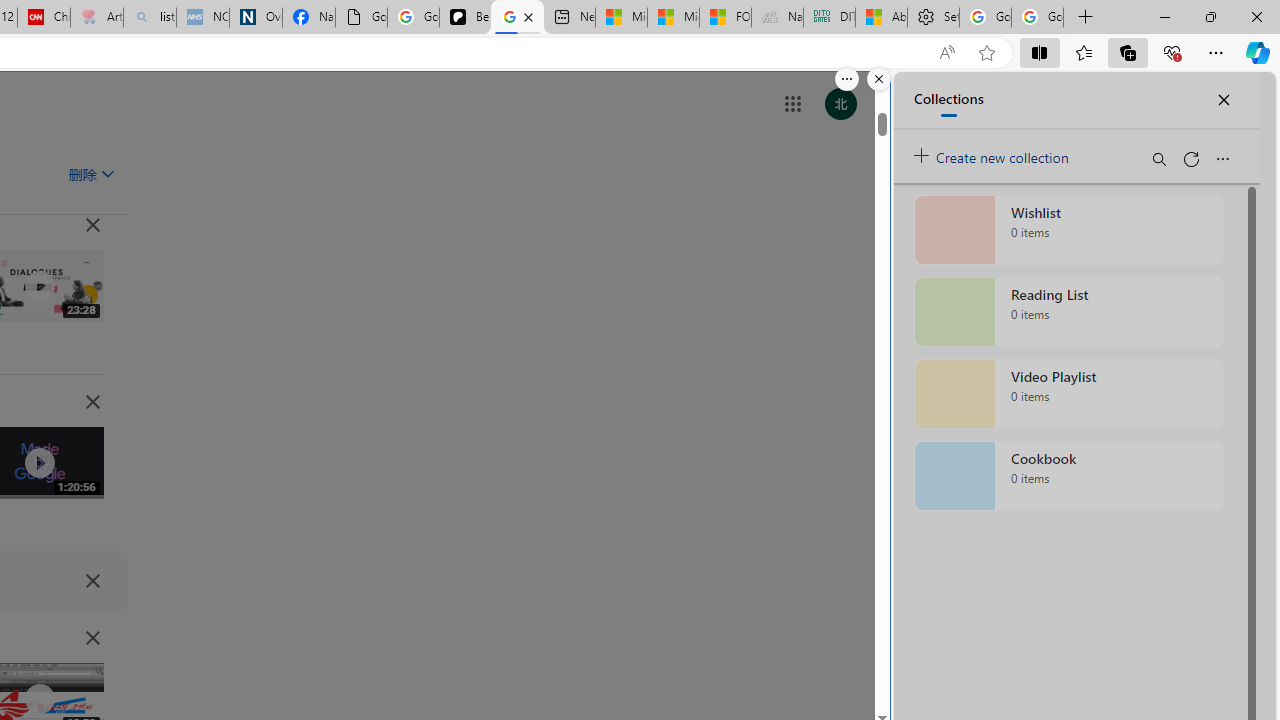 This screenshot has height=720, width=1280. Describe the element at coordinates (95, 17) in the screenshot. I see `'Arthritis: Ask Health Professionals - Sleeping'` at that location.